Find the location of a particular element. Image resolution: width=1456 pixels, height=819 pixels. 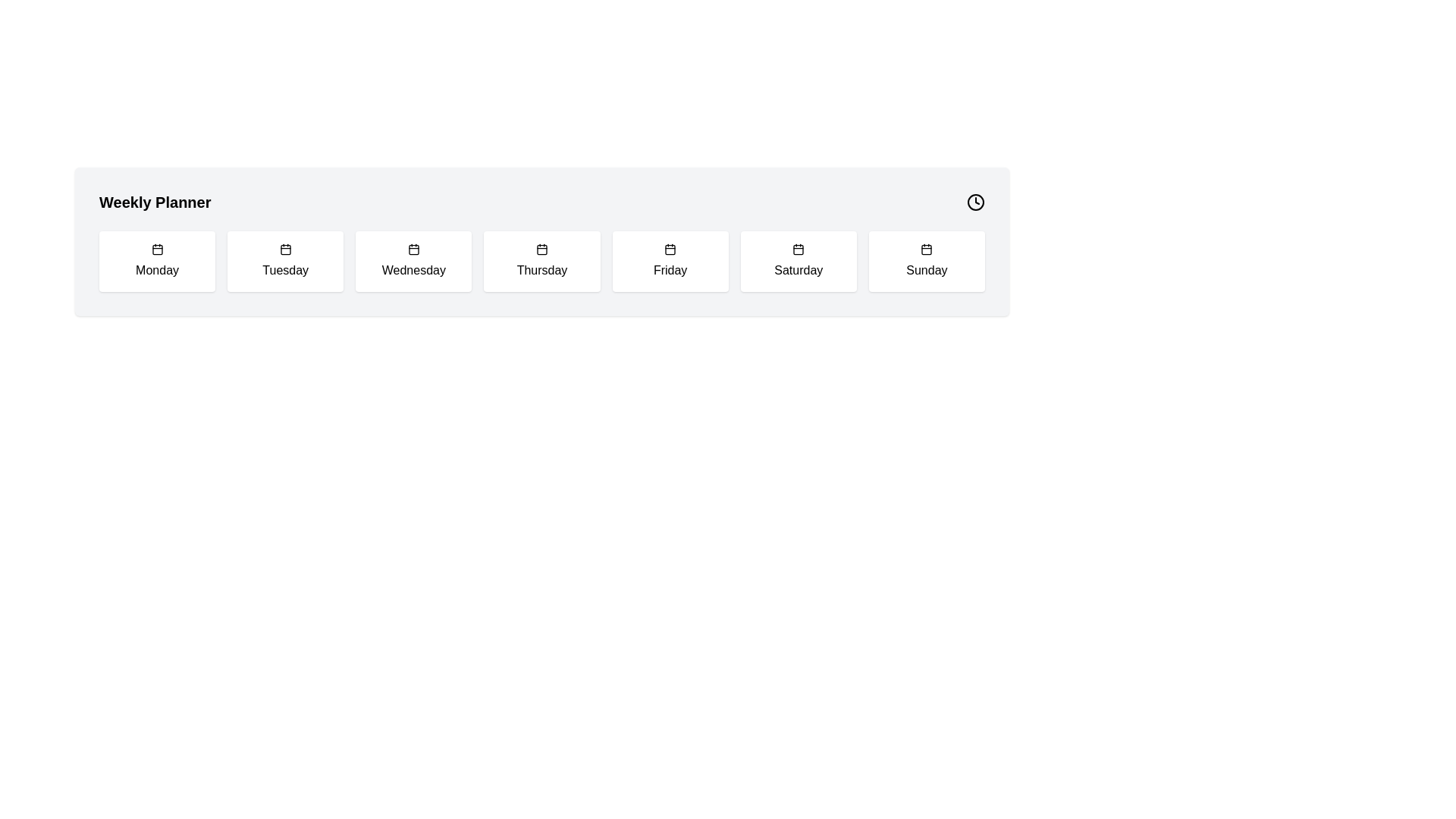

the 'Tuesday' button is located at coordinates (285, 260).